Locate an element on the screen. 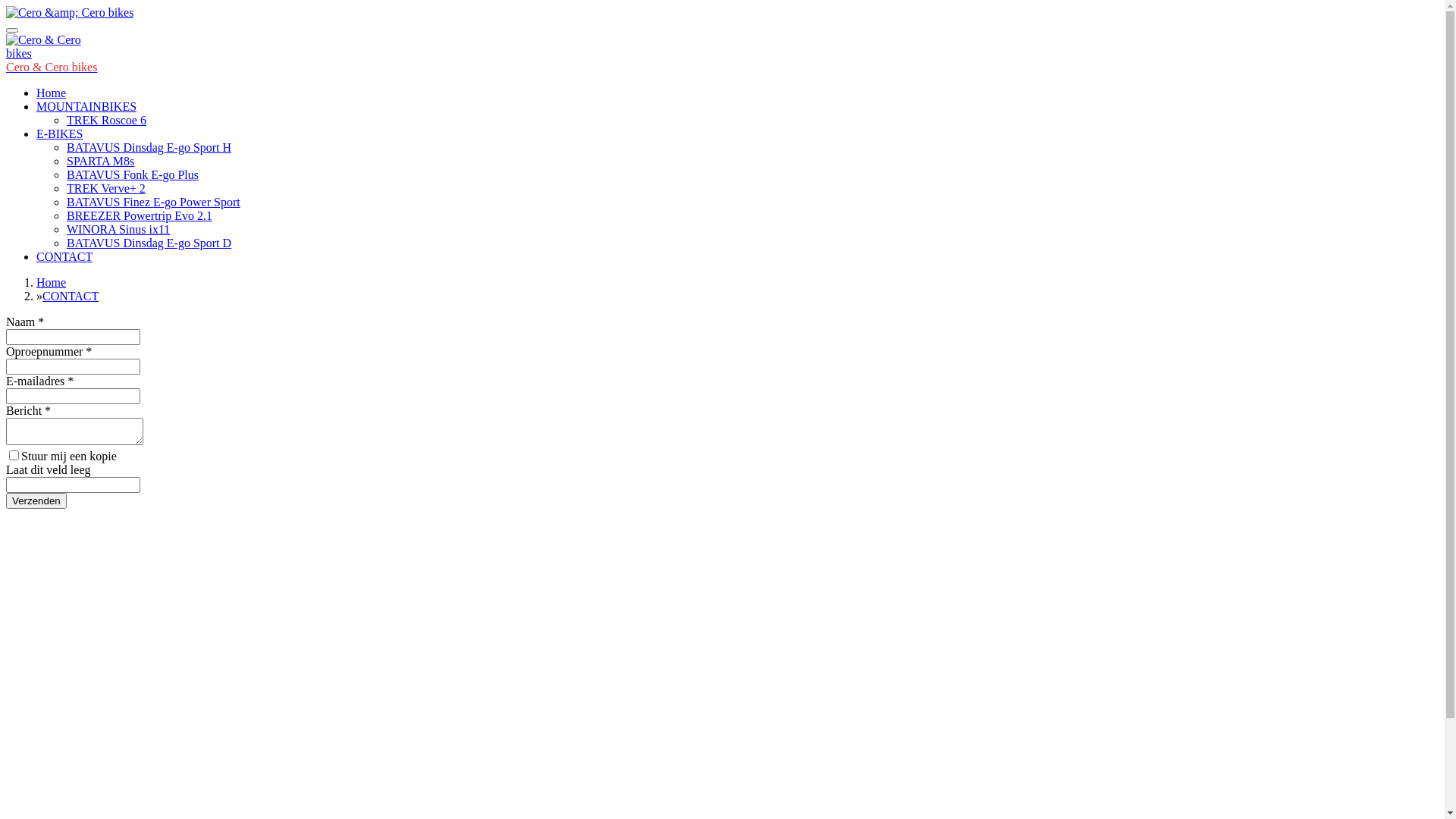  'SPARTA M8s' is located at coordinates (99, 161).